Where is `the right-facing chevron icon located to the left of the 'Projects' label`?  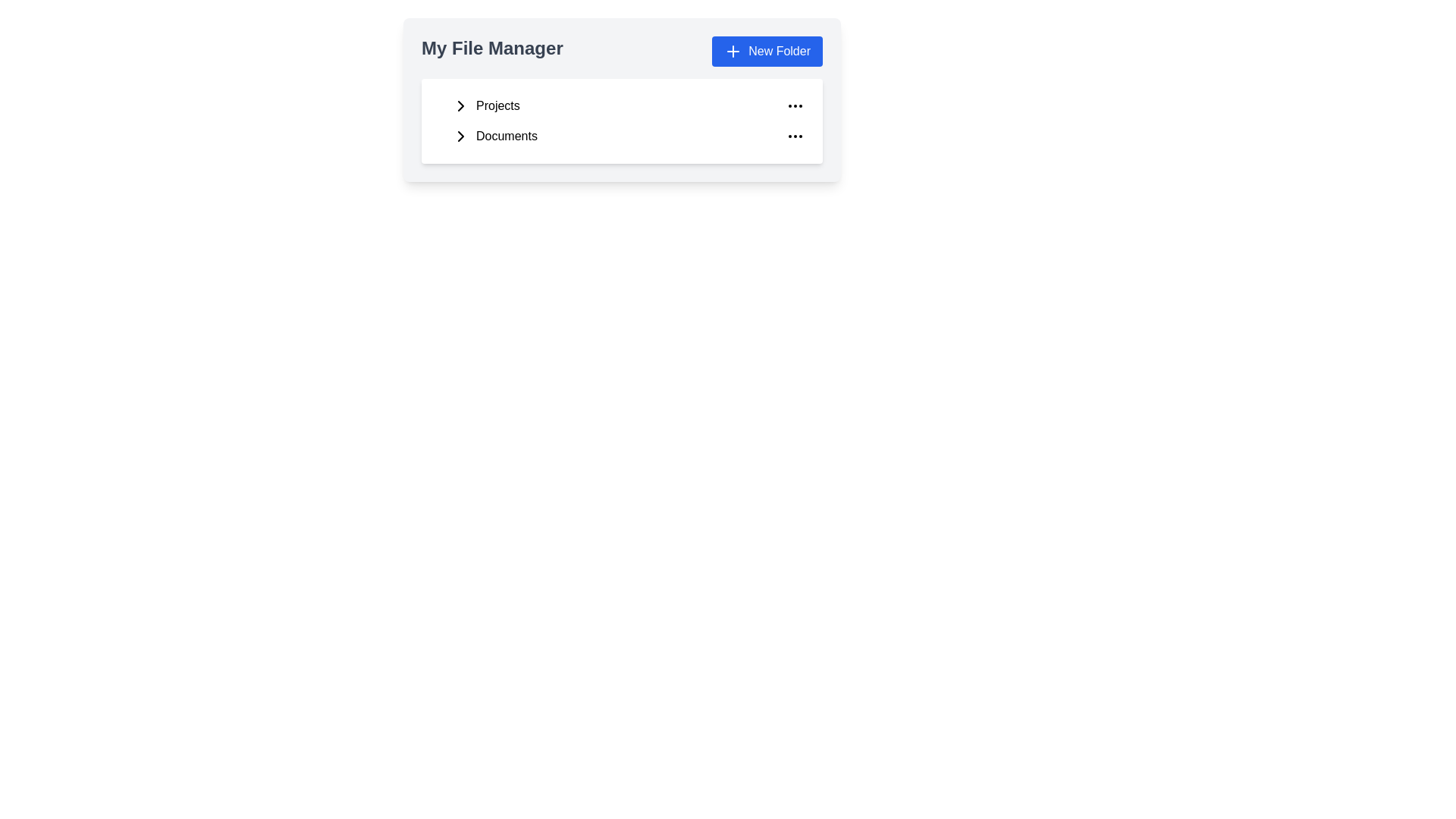
the right-facing chevron icon located to the left of the 'Projects' label is located at coordinates (460, 105).